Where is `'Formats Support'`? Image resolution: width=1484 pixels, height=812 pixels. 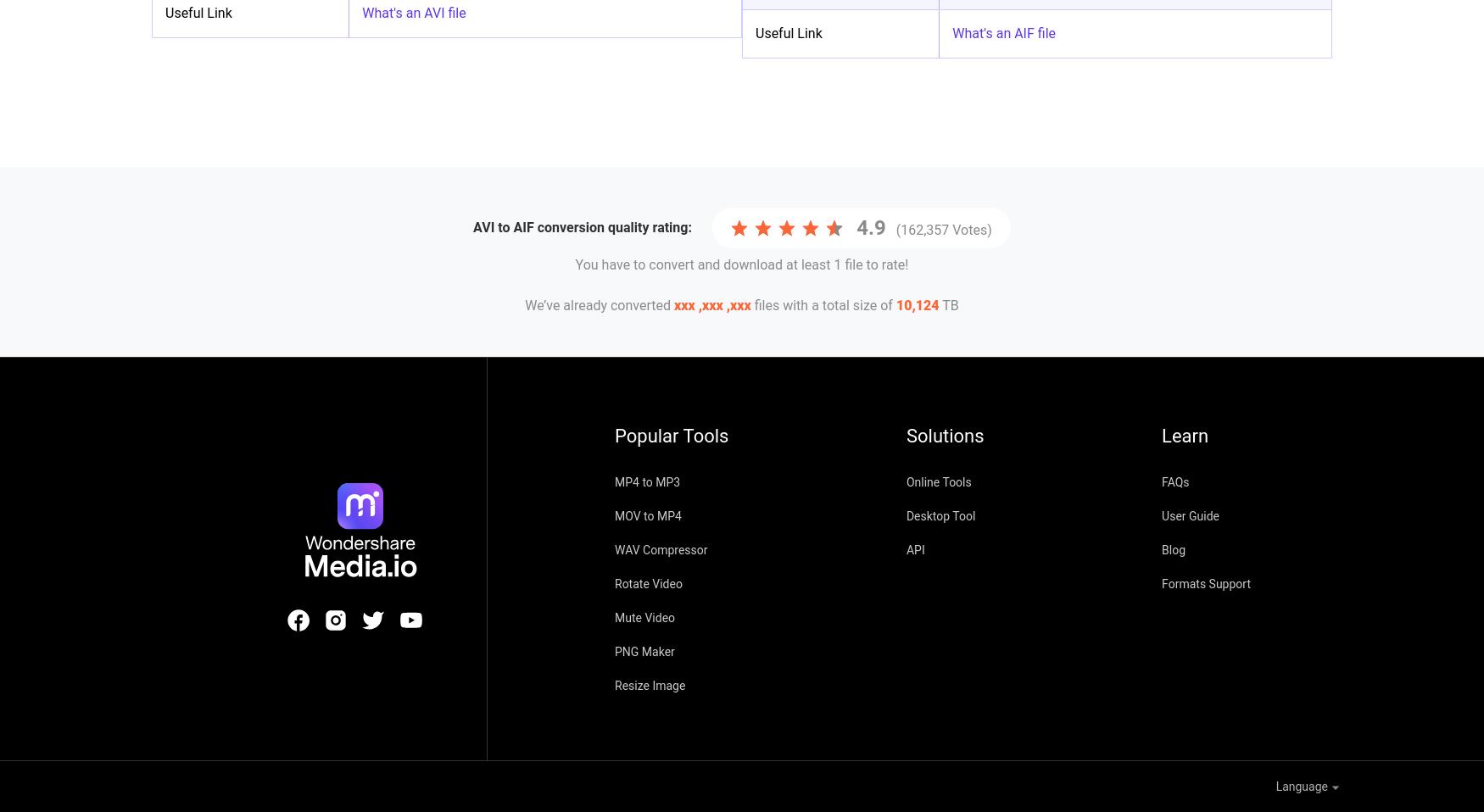
'Formats Support' is located at coordinates (1162, 582).